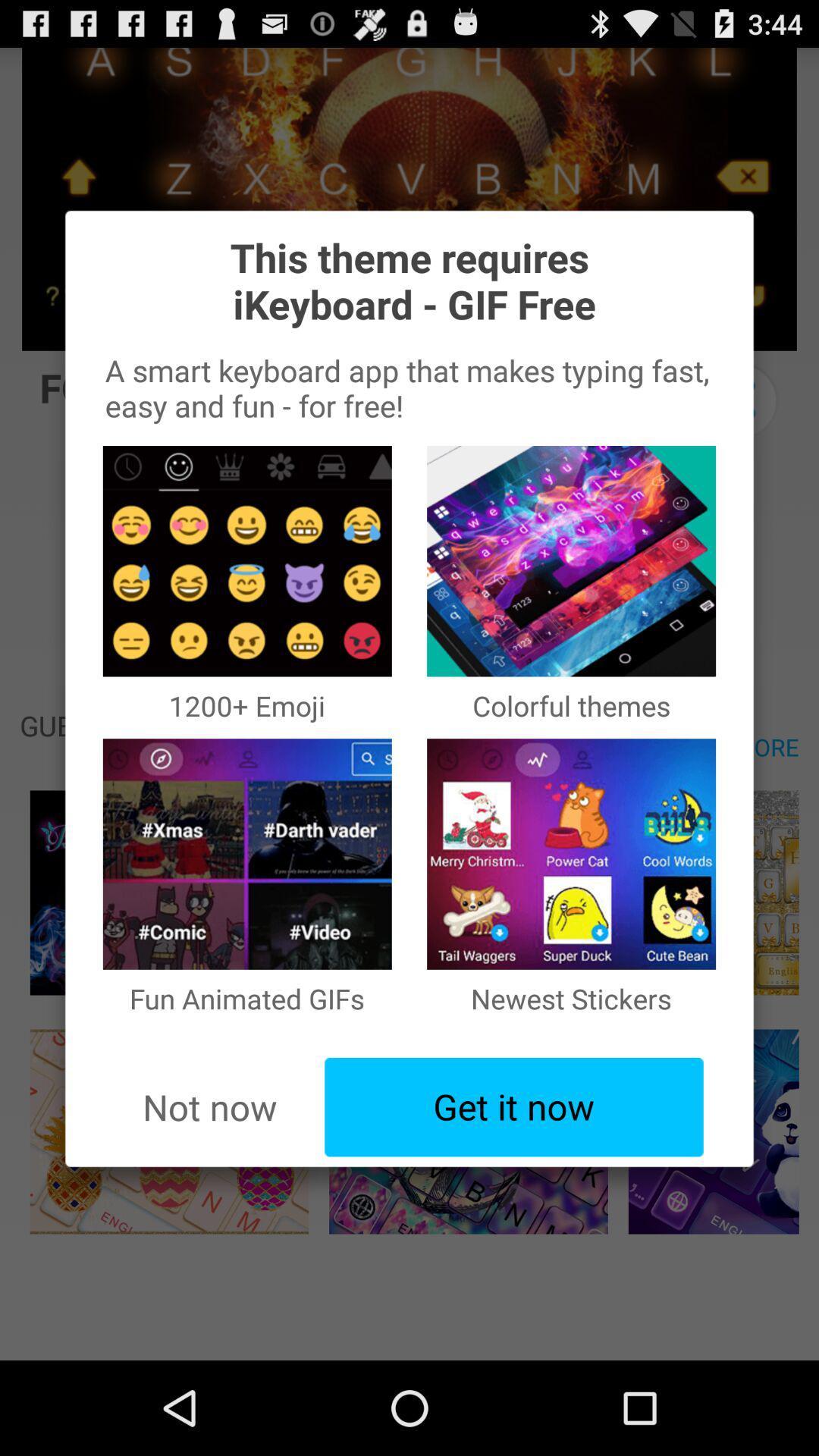  What do you see at coordinates (209, 1107) in the screenshot?
I see `the not now` at bounding box center [209, 1107].